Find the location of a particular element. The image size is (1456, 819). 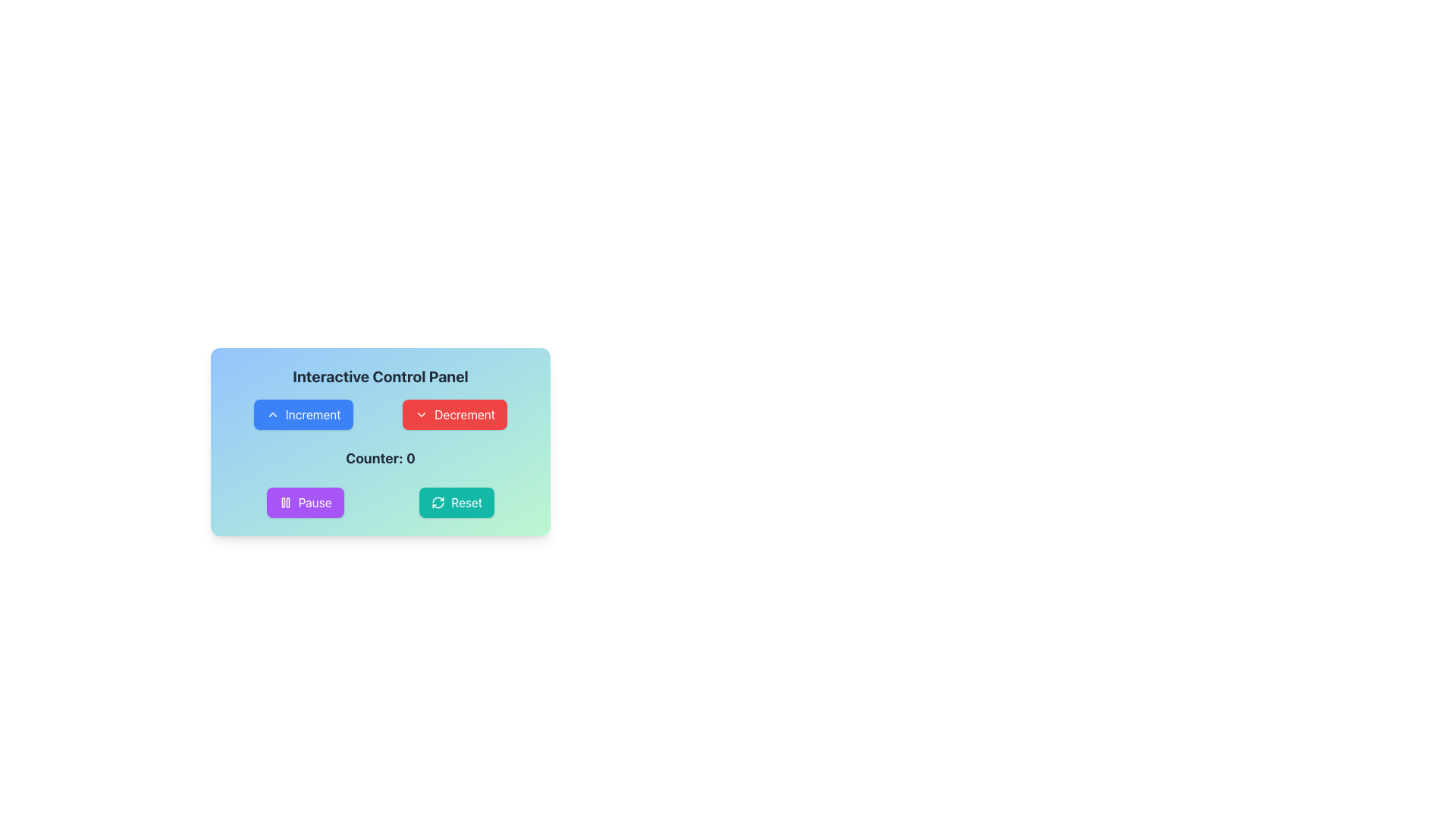

the circular icon with two curved arrows on a teal background, which is located at the center of the 'Reset' button in the bottom-right corner of the interface is located at coordinates (438, 503).